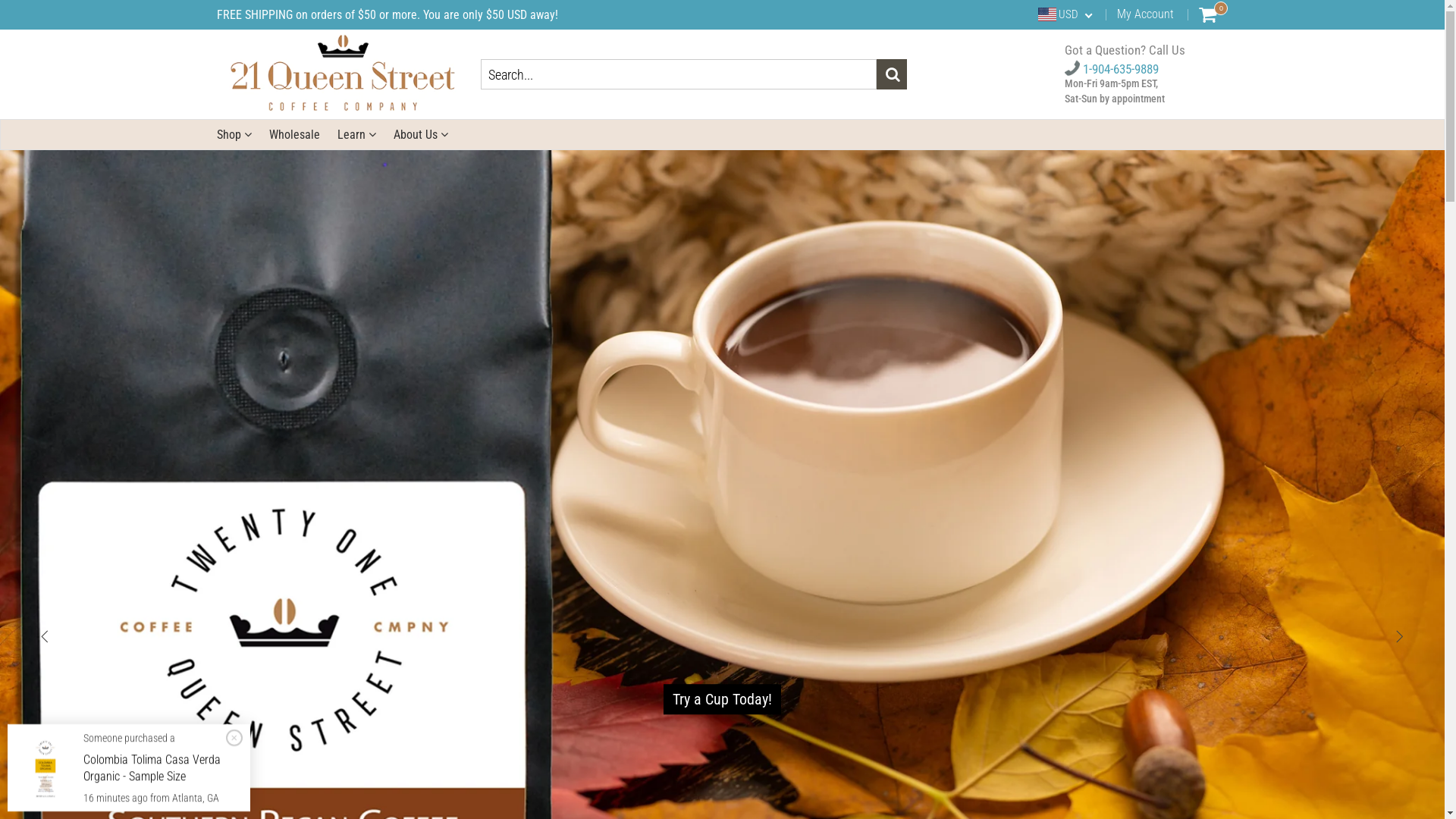 Image resolution: width=1456 pixels, height=819 pixels. What do you see at coordinates (393, 133) in the screenshot?
I see `'About Us'` at bounding box center [393, 133].